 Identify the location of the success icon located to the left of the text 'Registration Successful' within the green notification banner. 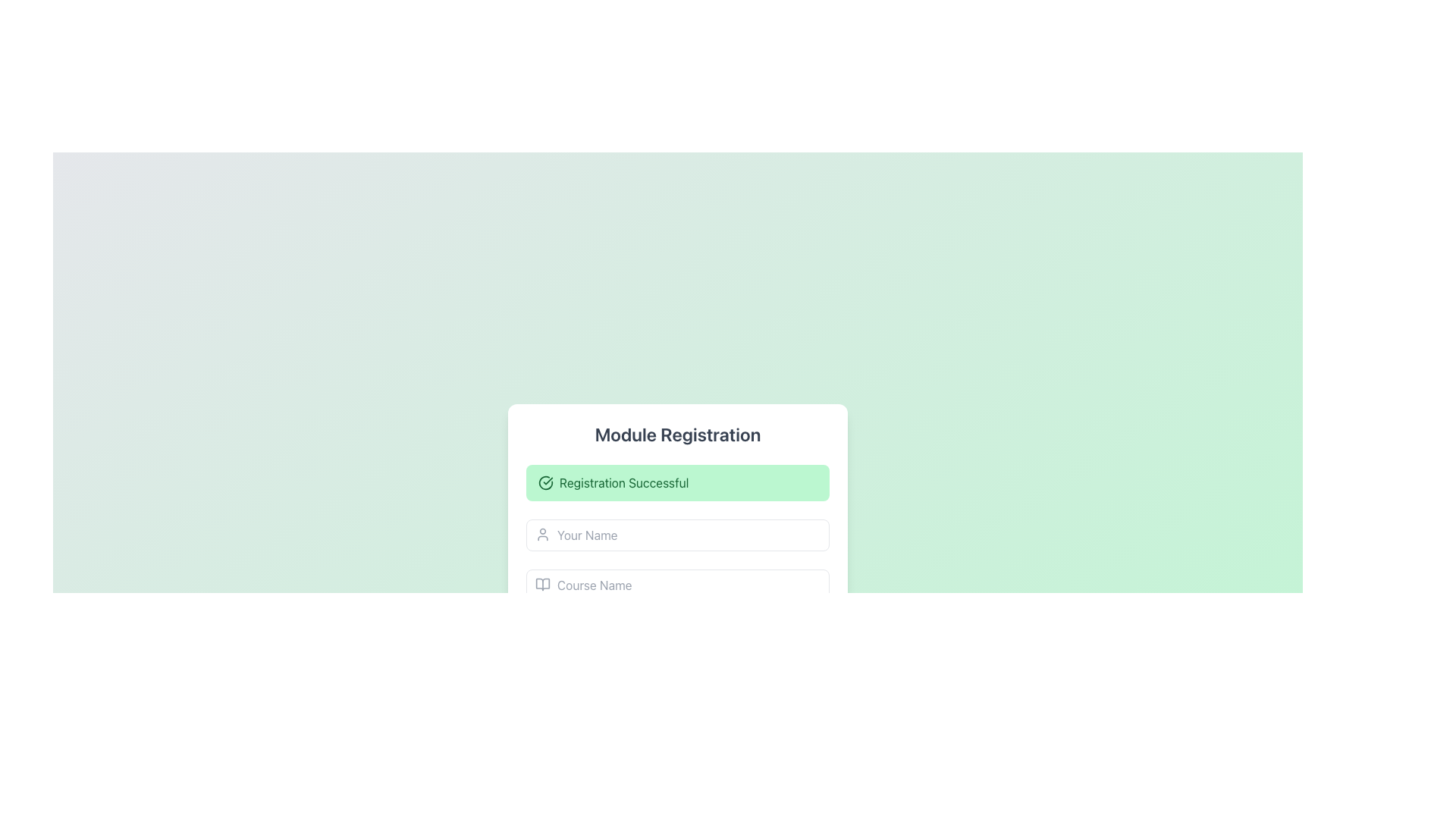
(546, 482).